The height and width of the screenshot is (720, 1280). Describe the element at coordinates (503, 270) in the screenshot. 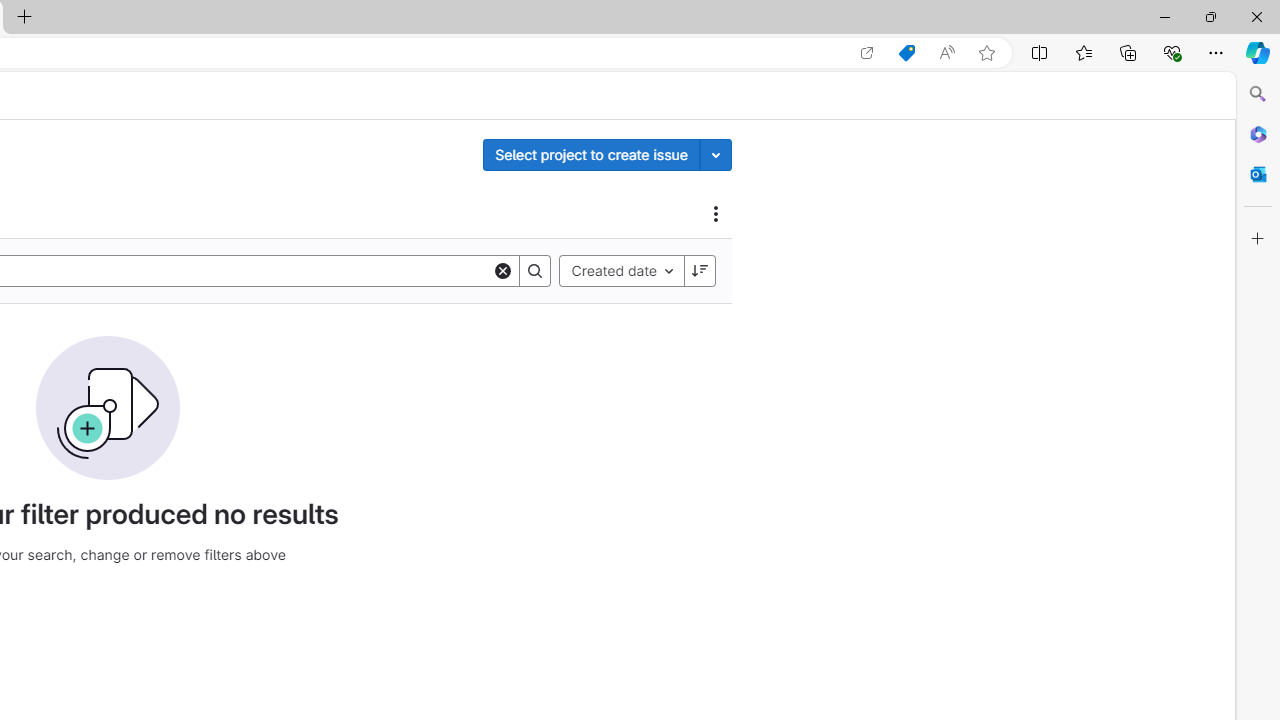

I see `'Clear'` at that location.